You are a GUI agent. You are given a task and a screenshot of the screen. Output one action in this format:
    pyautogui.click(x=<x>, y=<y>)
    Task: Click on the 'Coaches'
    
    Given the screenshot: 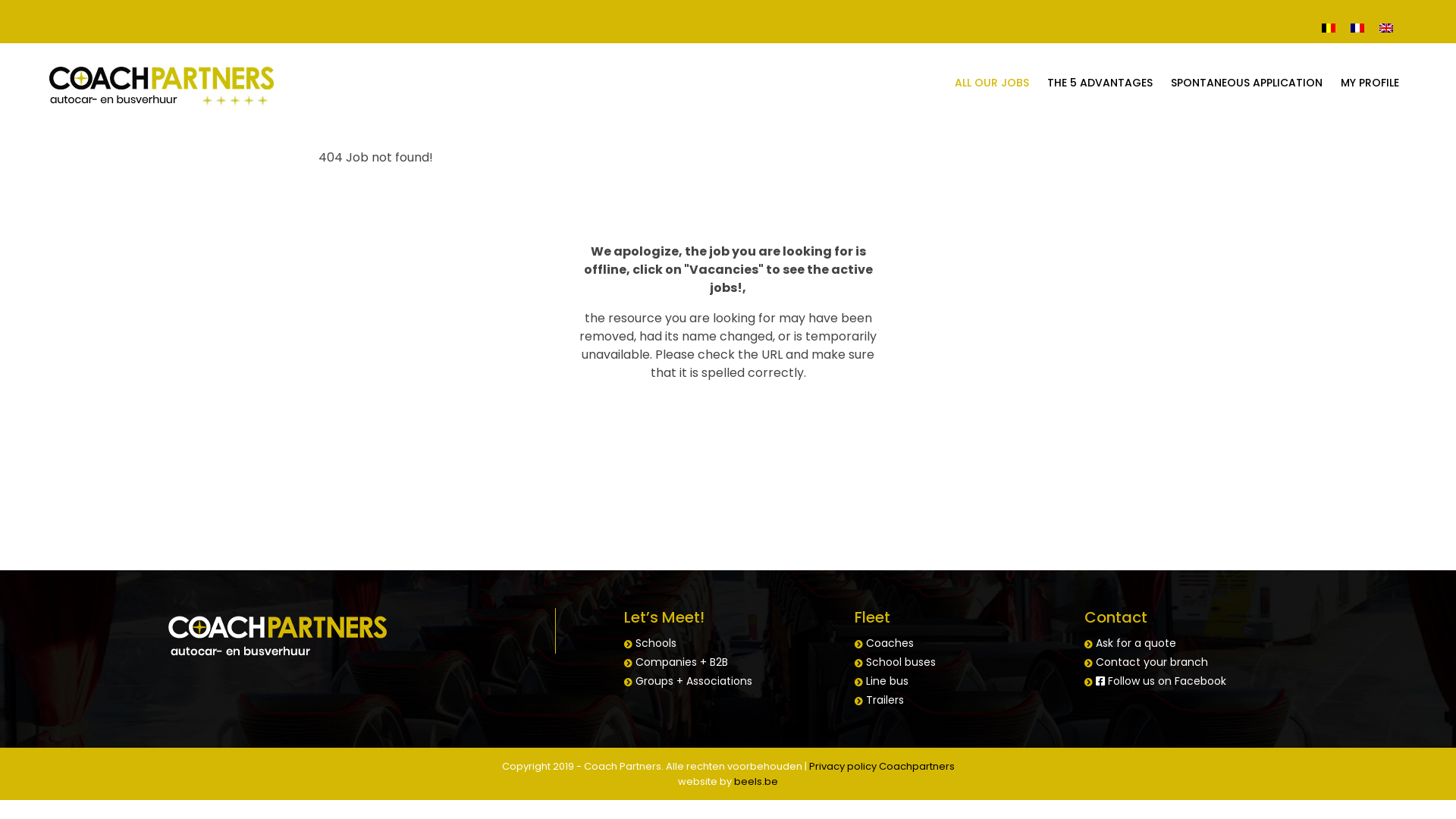 What is the action you would take?
    pyautogui.click(x=866, y=643)
    